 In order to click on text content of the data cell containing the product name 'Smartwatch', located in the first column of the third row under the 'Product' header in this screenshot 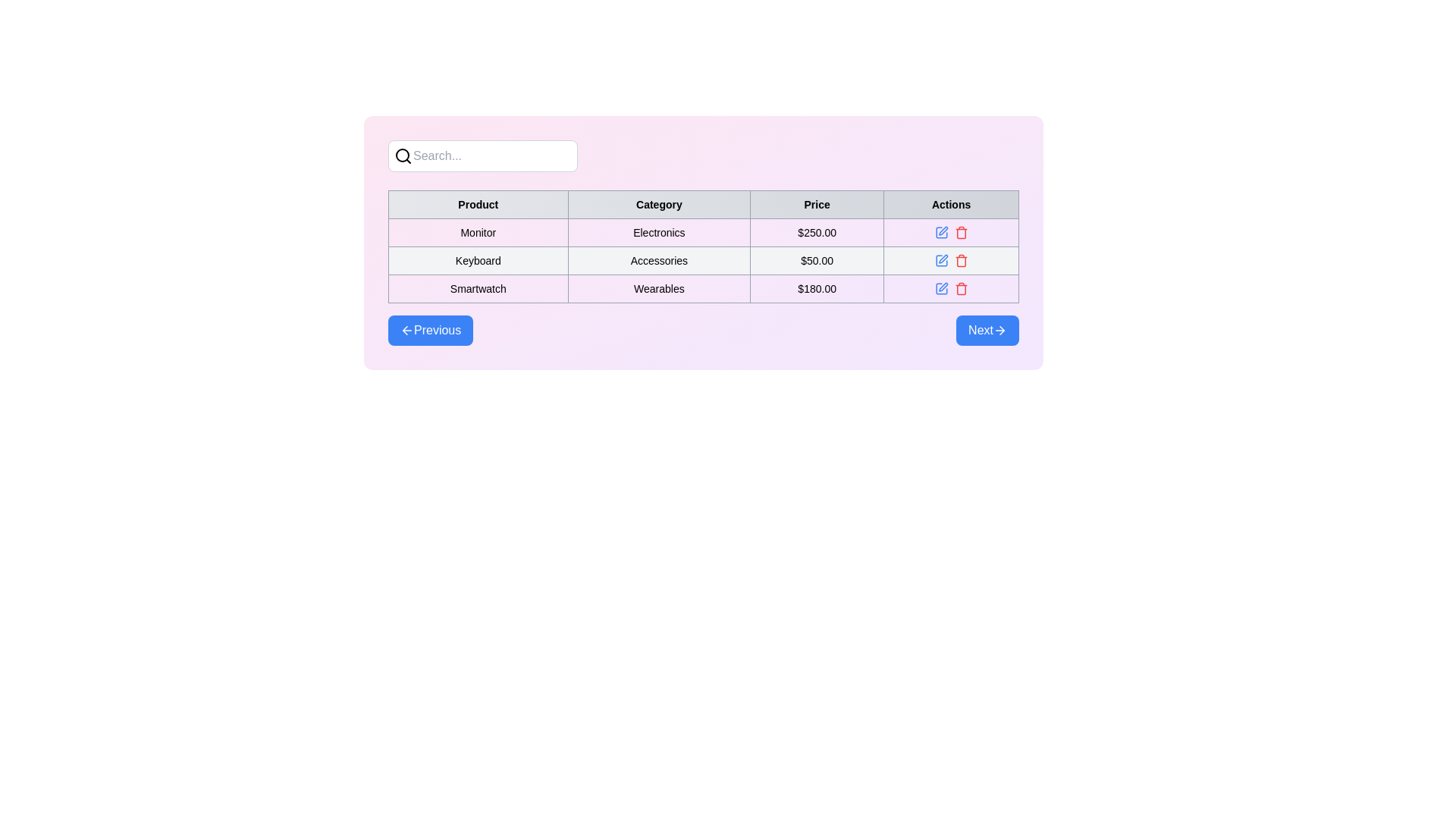, I will do `click(477, 289)`.